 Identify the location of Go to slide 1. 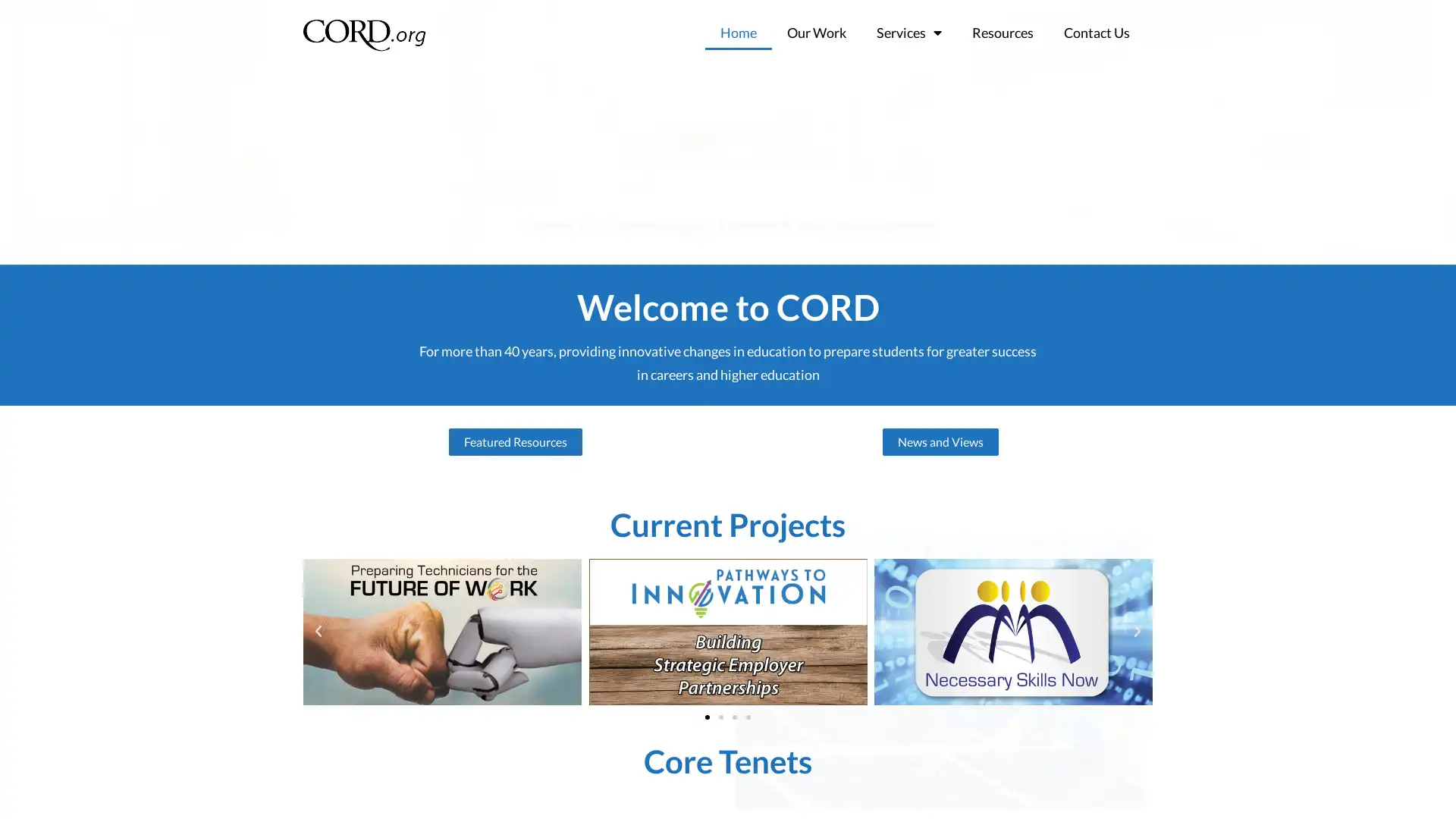
(706, 717).